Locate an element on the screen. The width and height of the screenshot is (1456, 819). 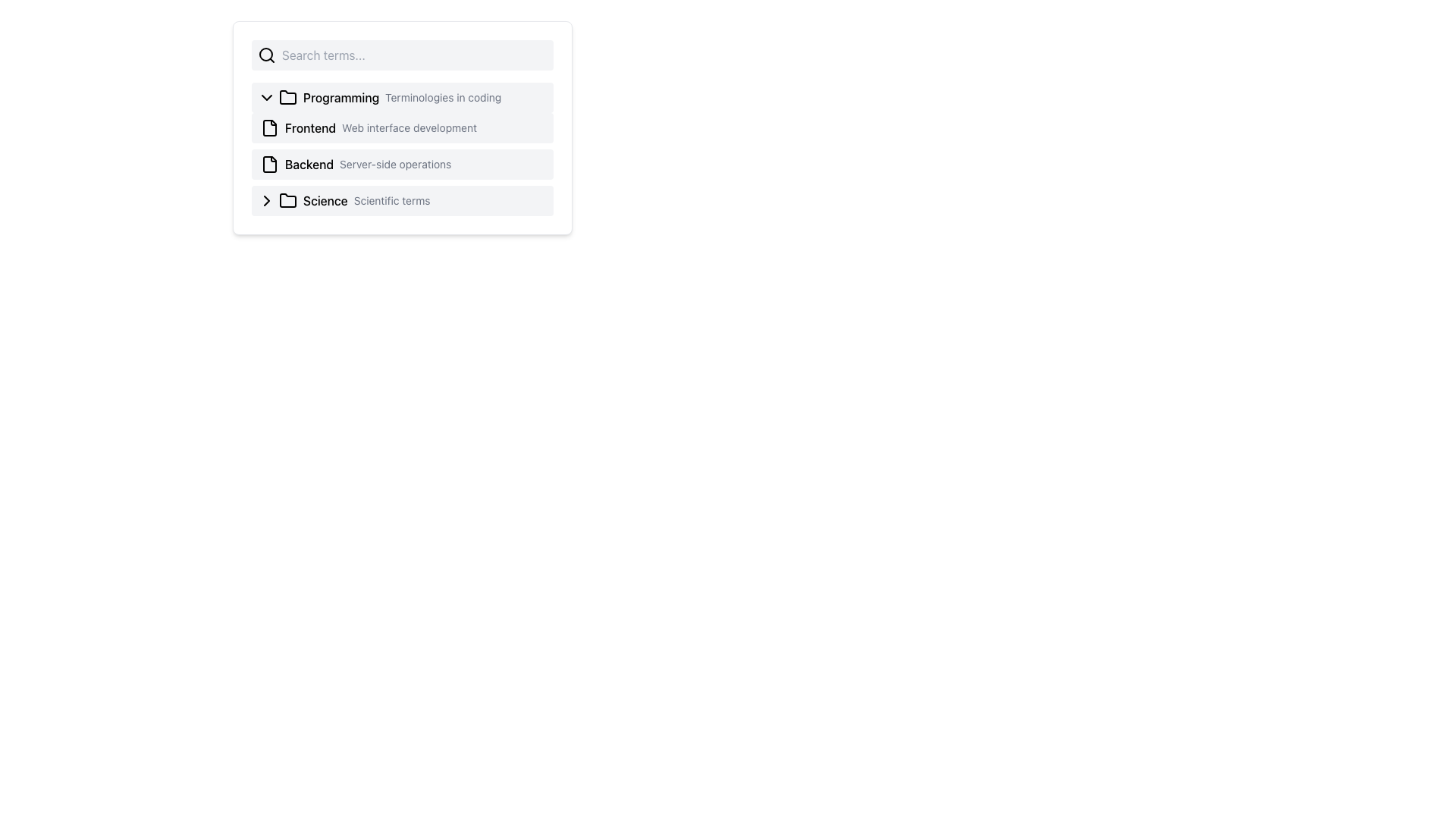
the non-interactive icon representing a file or document related to the 'Frontend' category, located to the left of the label 'Frontend Web interface development' is located at coordinates (269, 127).